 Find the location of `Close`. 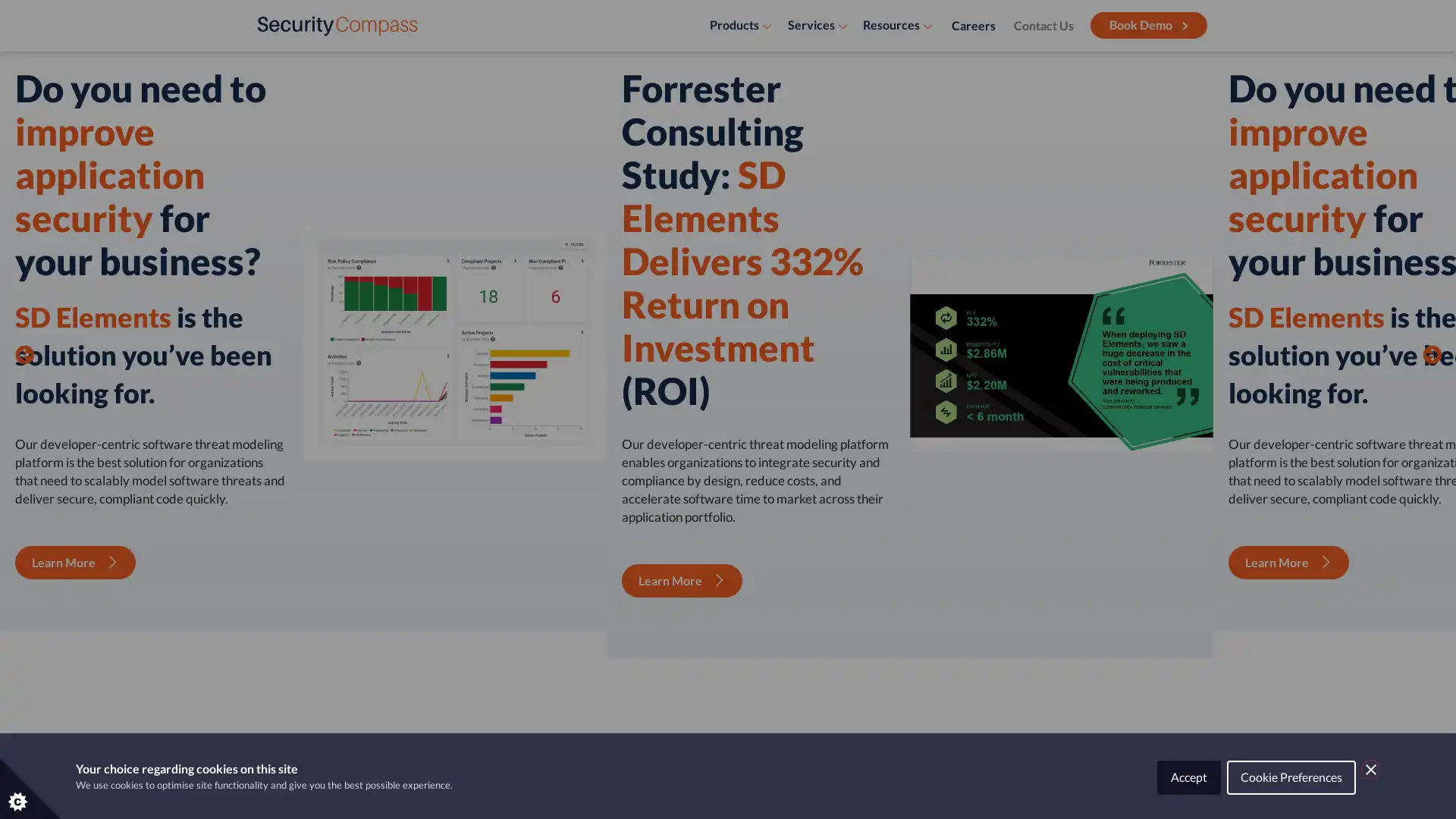

Close is located at coordinates (1371, 769).